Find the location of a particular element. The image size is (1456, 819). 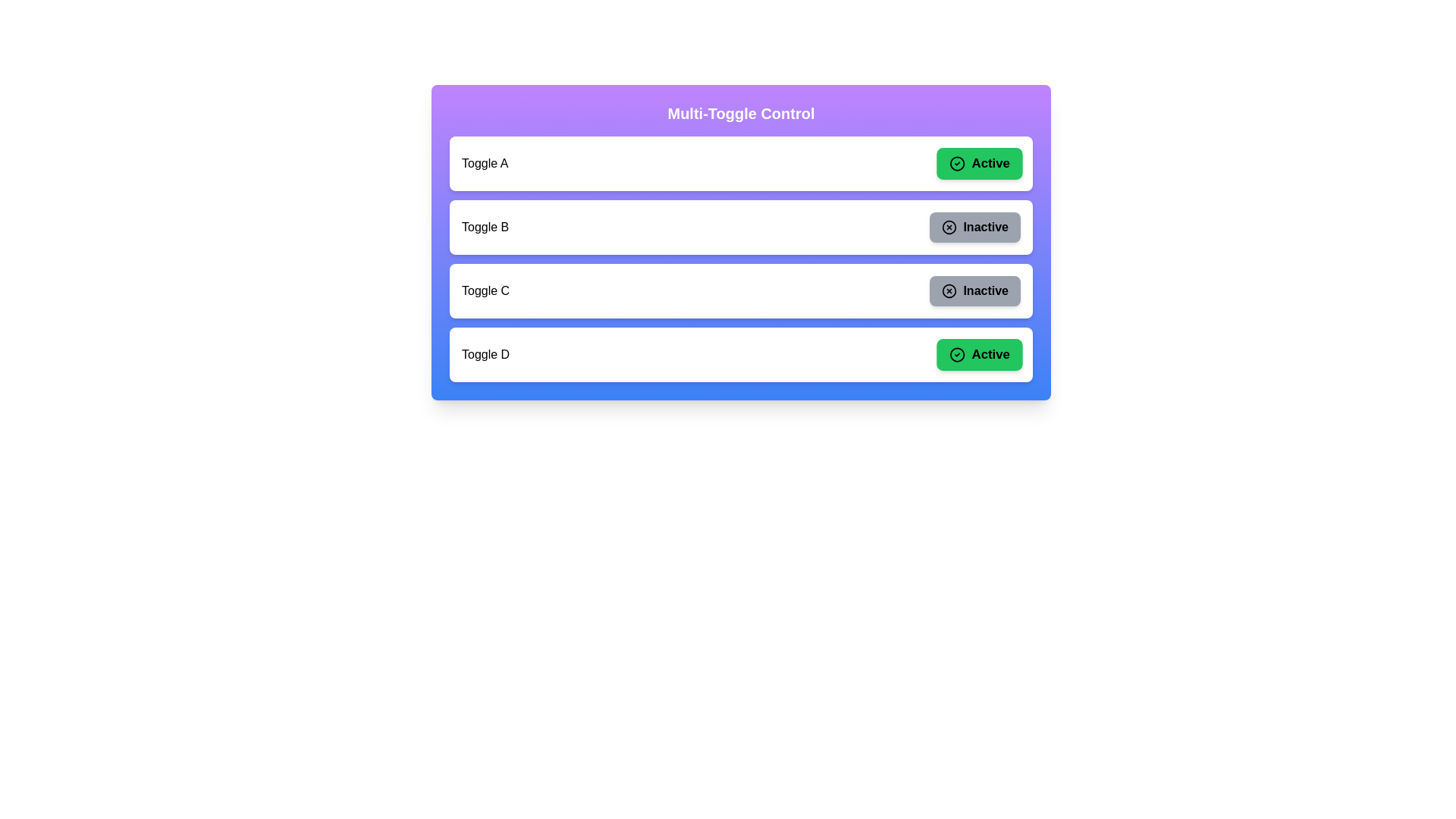

the toggle option labeled 'Toggle B' to change its state from 'Inactive' to 'Active' is located at coordinates (741, 242).